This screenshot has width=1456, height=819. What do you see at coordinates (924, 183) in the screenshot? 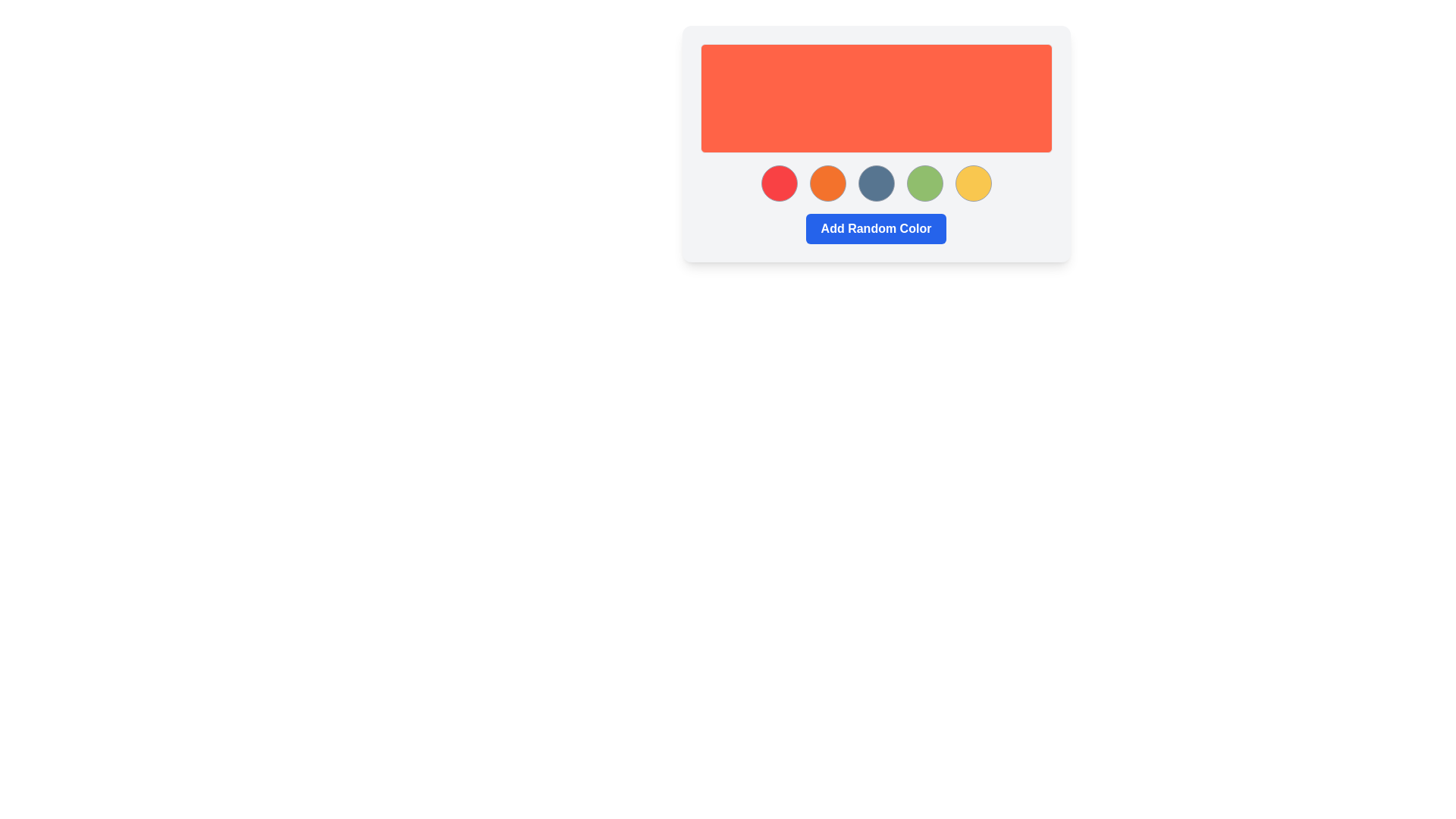
I see `the fourth circle button in the horizontal row` at bounding box center [924, 183].